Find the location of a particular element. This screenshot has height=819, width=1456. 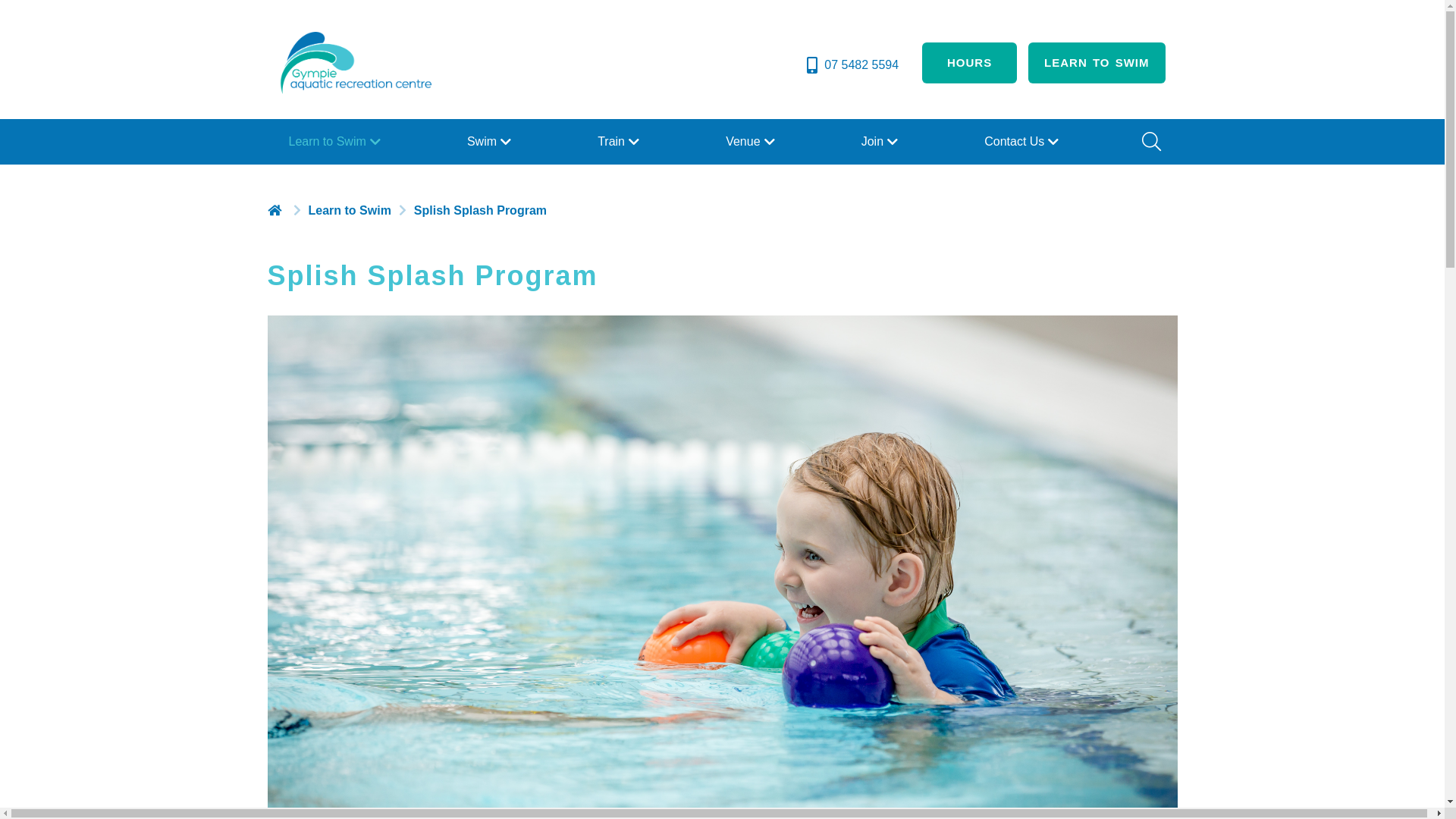

'Search' is located at coordinates (1139, 141).